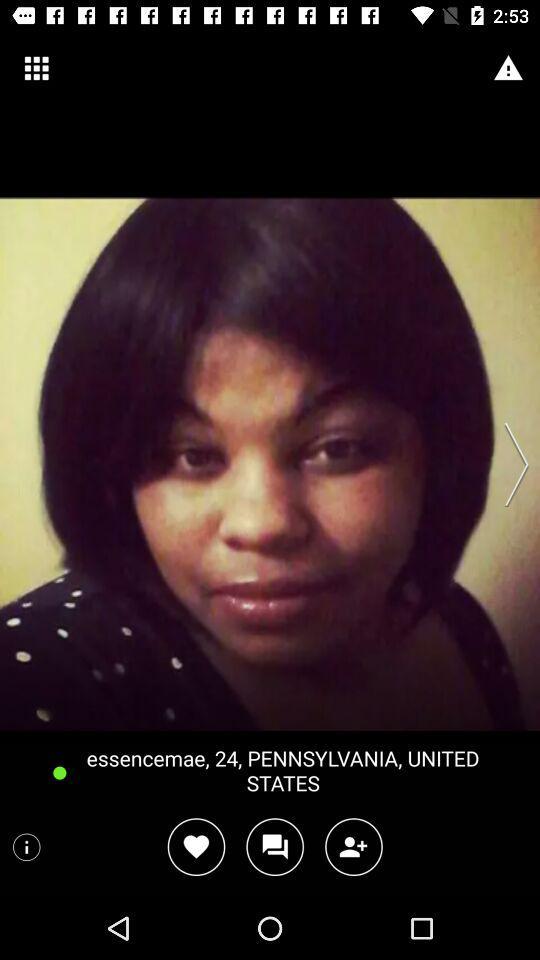  What do you see at coordinates (196, 846) in the screenshot?
I see `the item below essencemae 24 pennsylvania item` at bounding box center [196, 846].